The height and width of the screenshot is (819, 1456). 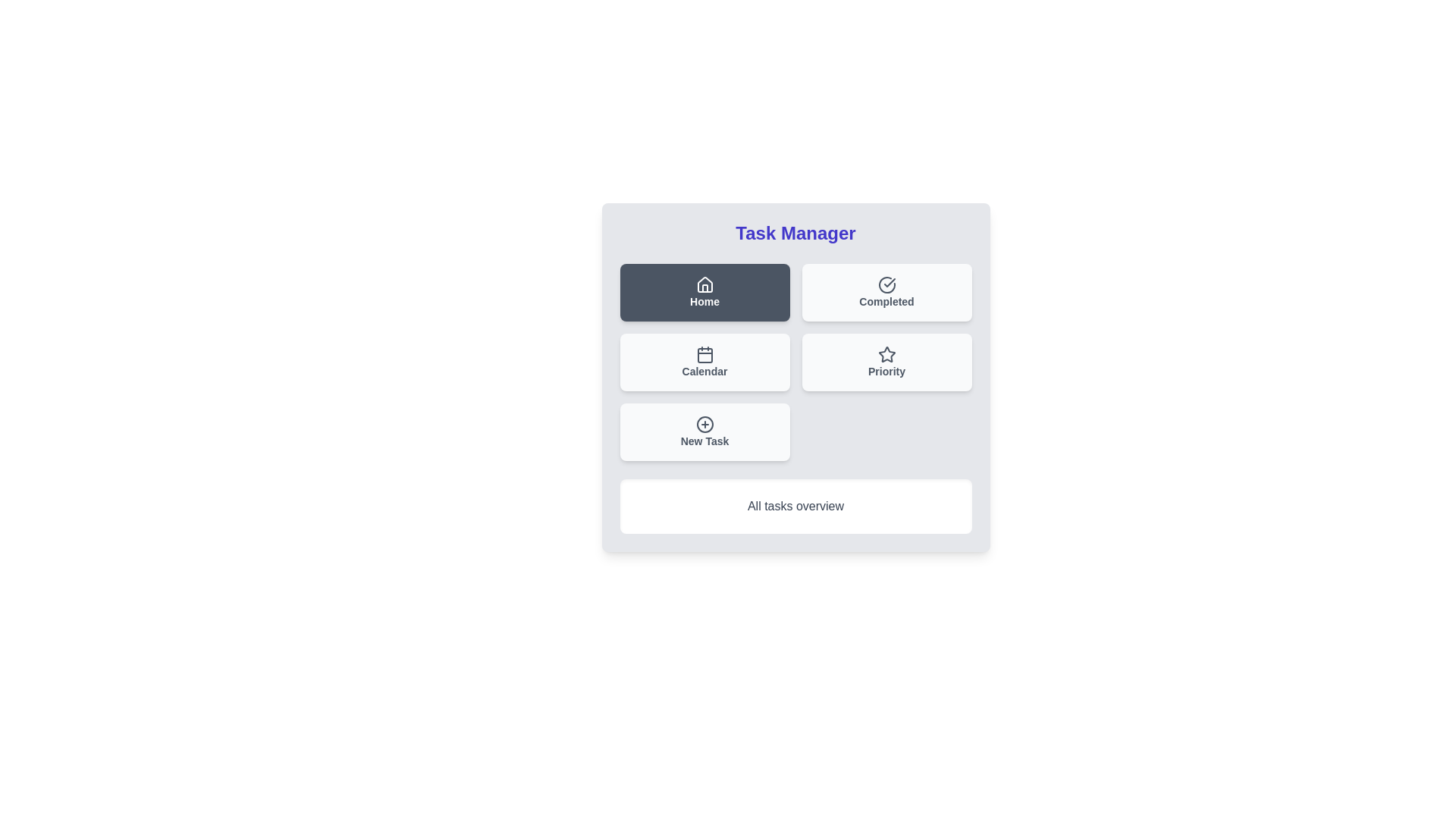 What do you see at coordinates (704, 424) in the screenshot?
I see `the 'New Task' icon, which is part of the button group located directly above the 'New Task' label` at bounding box center [704, 424].